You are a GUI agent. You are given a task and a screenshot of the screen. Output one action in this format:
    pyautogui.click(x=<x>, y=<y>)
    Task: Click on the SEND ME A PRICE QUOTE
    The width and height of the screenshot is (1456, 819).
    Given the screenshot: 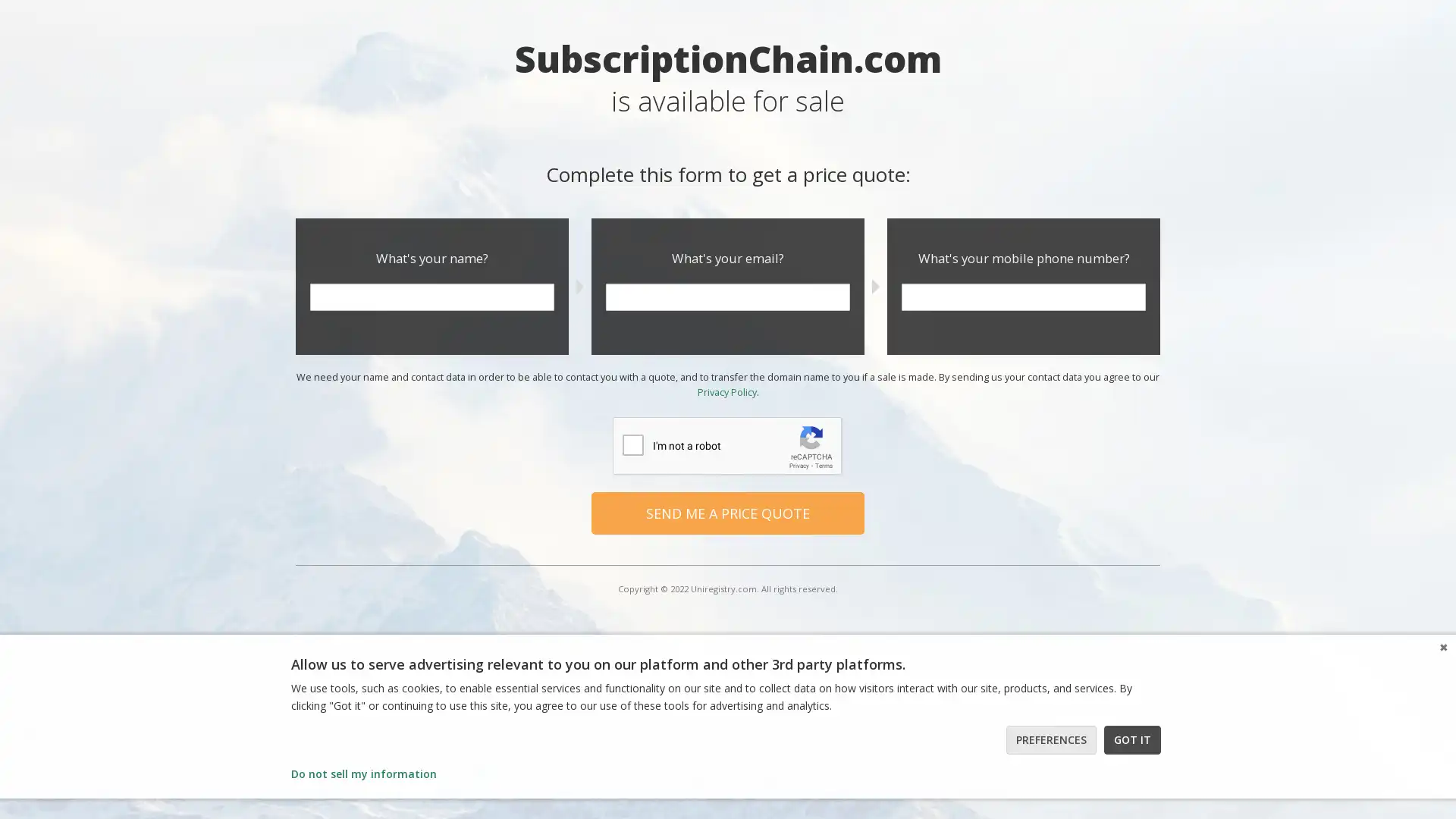 What is the action you would take?
    pyautogui.click(x=728, y=513)
    